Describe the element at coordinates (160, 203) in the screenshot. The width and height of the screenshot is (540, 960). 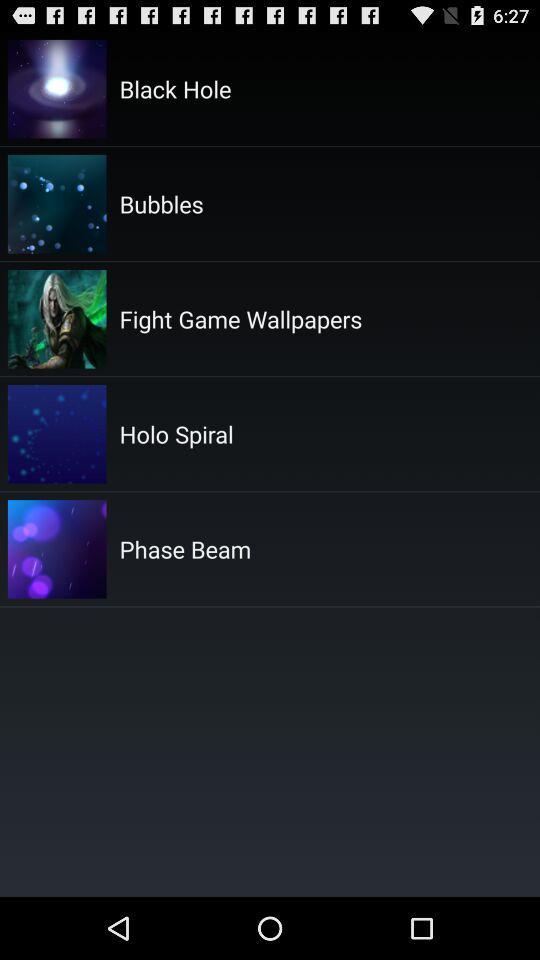
I see `the item below black hole` at that location.